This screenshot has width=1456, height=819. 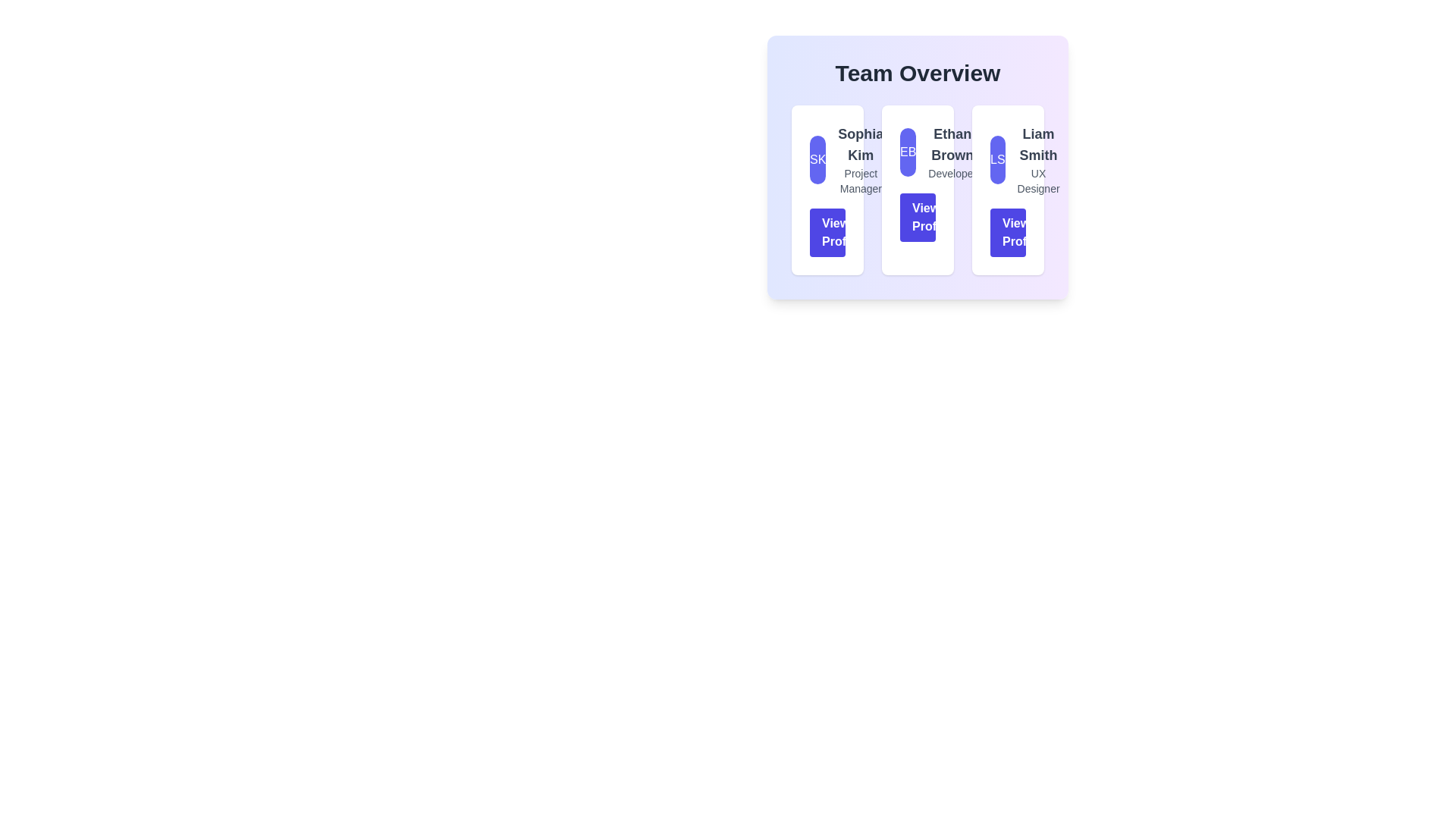 I want to click on the circular avatar representing 'SK' for 'Sophia Kim' located in the 'Team Overview' section, so click(x=817, y=160).